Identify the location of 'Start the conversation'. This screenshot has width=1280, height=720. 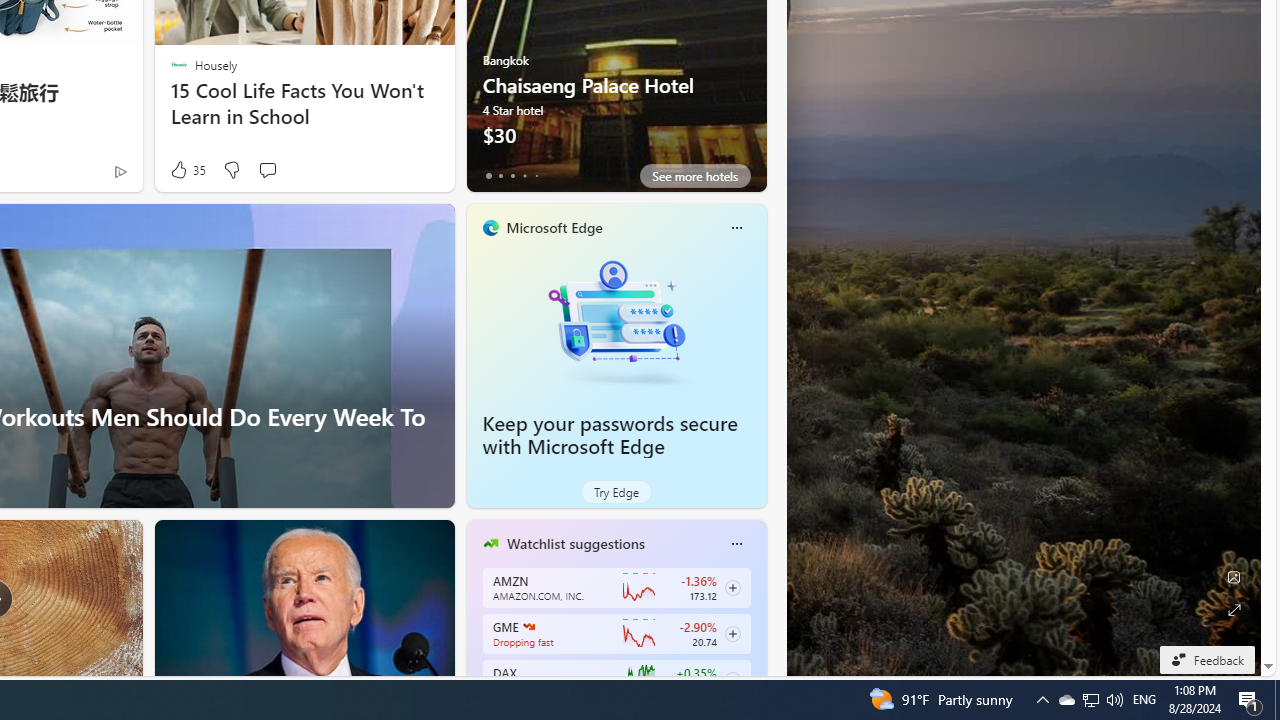
(266, 169).